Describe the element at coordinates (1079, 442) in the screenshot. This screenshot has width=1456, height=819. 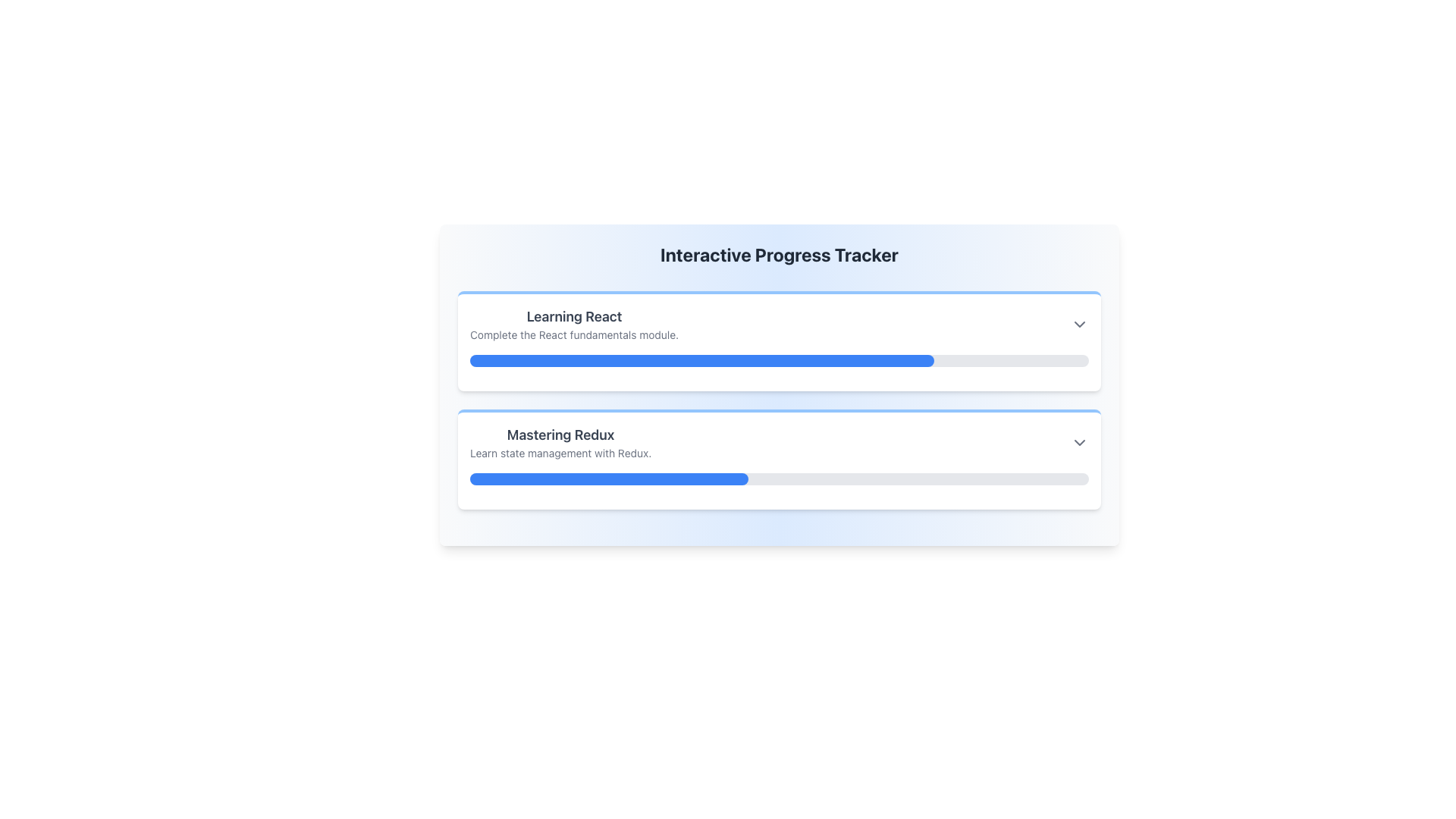
I see `the chevron icon in the top-right corner of the 'Mastering Redux' module` at that location.